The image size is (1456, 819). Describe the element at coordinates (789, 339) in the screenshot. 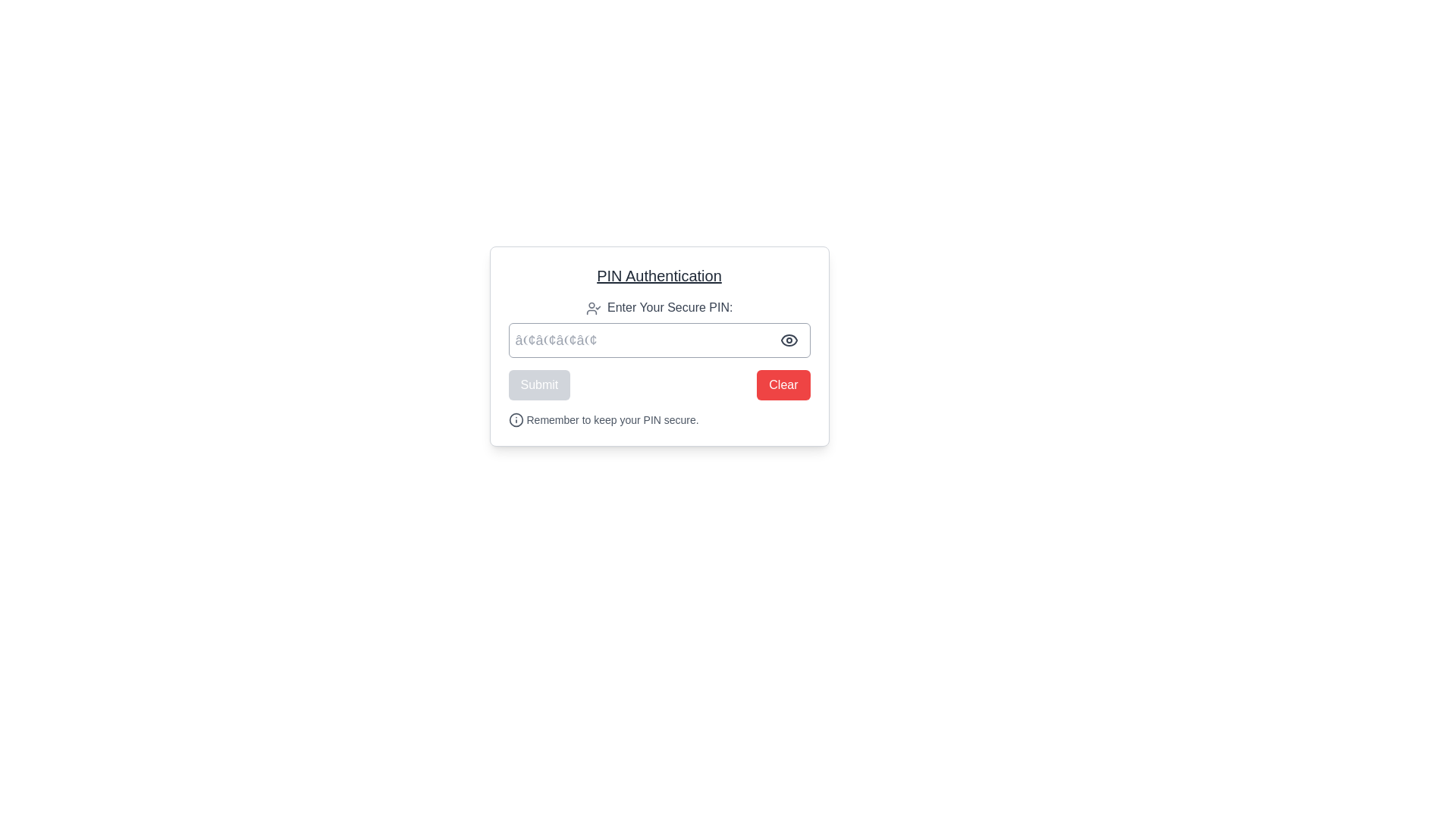

I see `the graphical eye icon` at that location.